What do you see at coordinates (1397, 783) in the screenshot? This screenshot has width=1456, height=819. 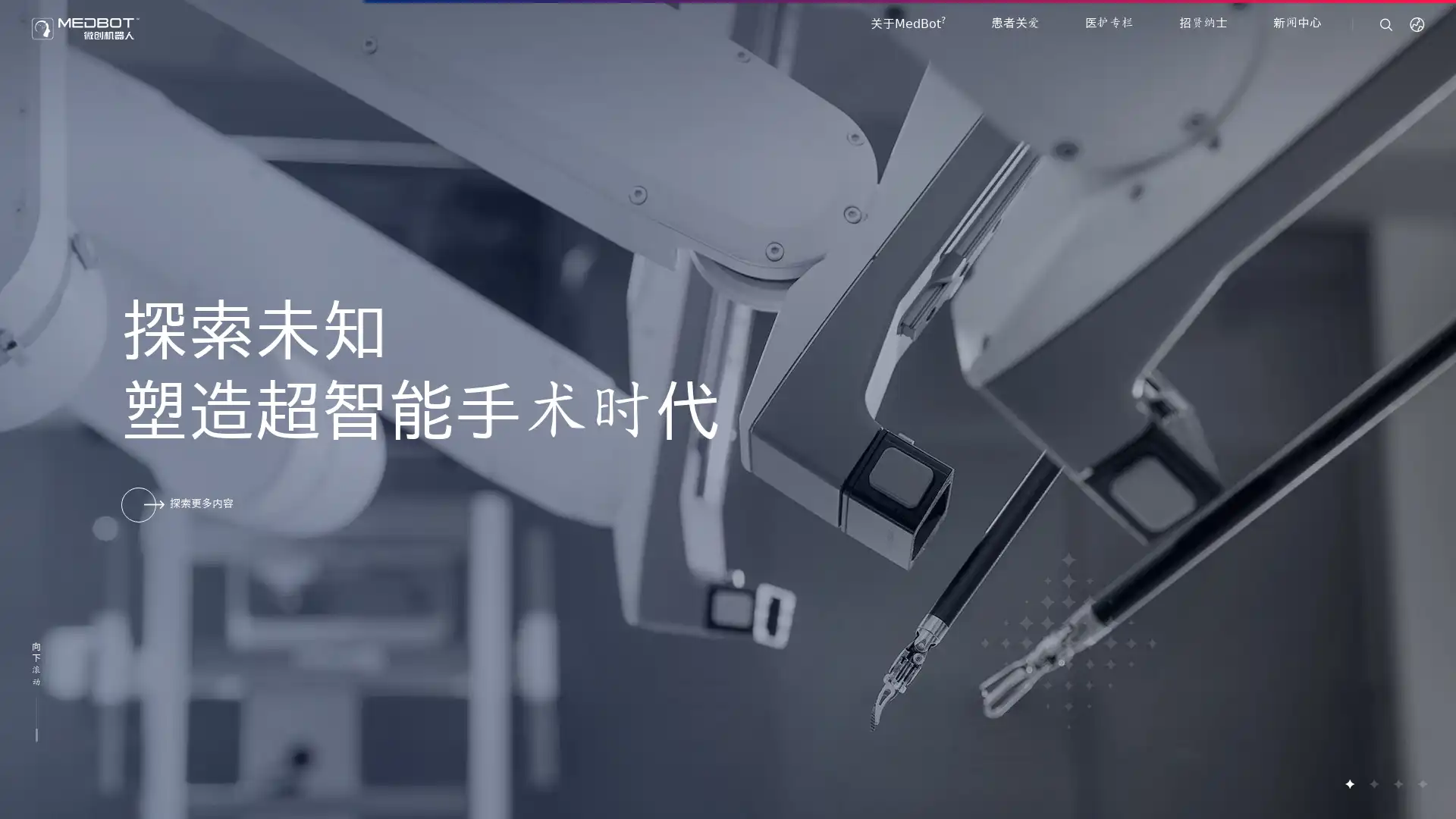 I see `Go to slide 3` at bounding box center [1397, 783].